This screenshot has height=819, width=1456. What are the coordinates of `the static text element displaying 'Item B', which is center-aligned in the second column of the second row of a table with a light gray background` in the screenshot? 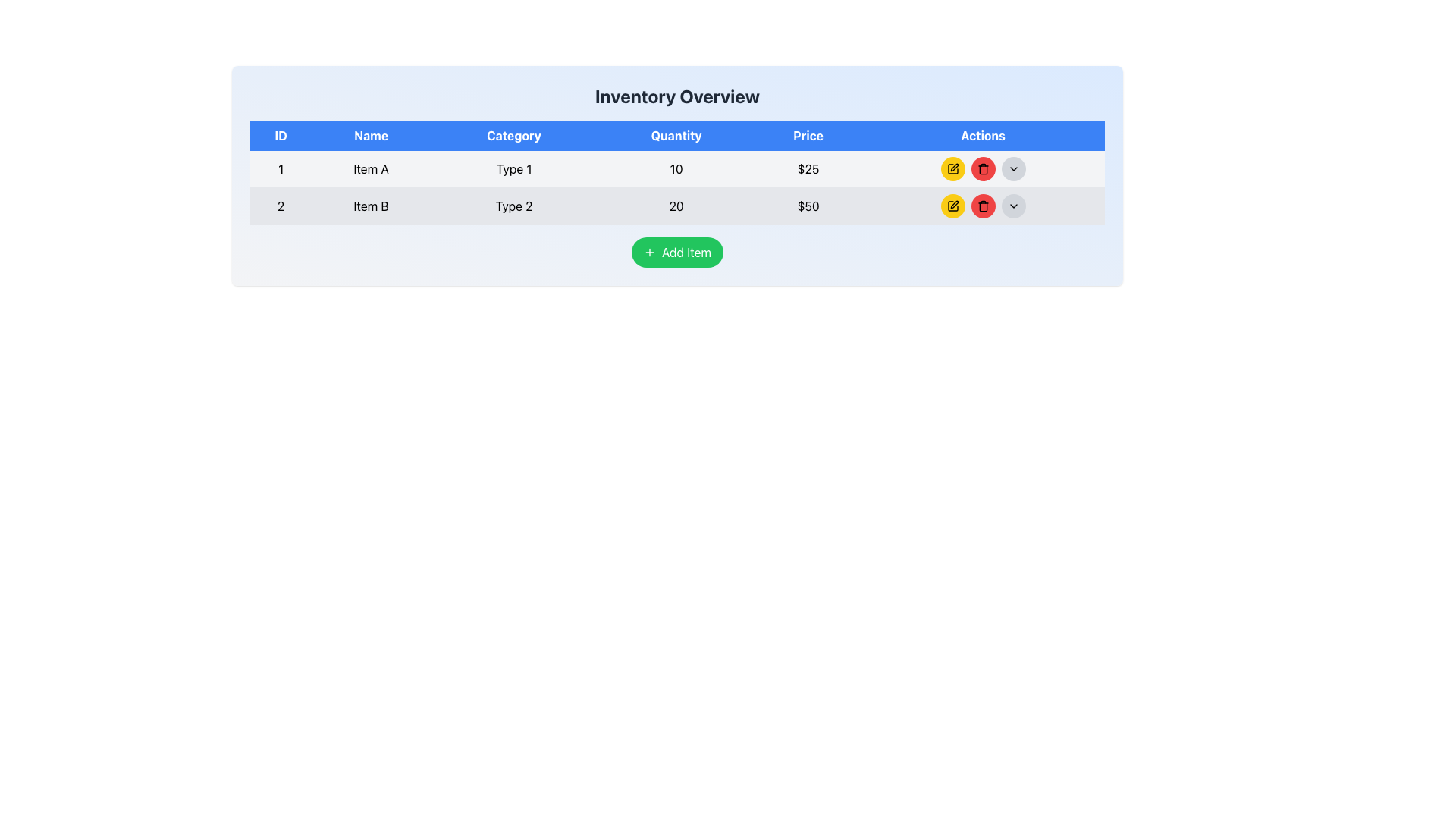 It's located at (371, 206).